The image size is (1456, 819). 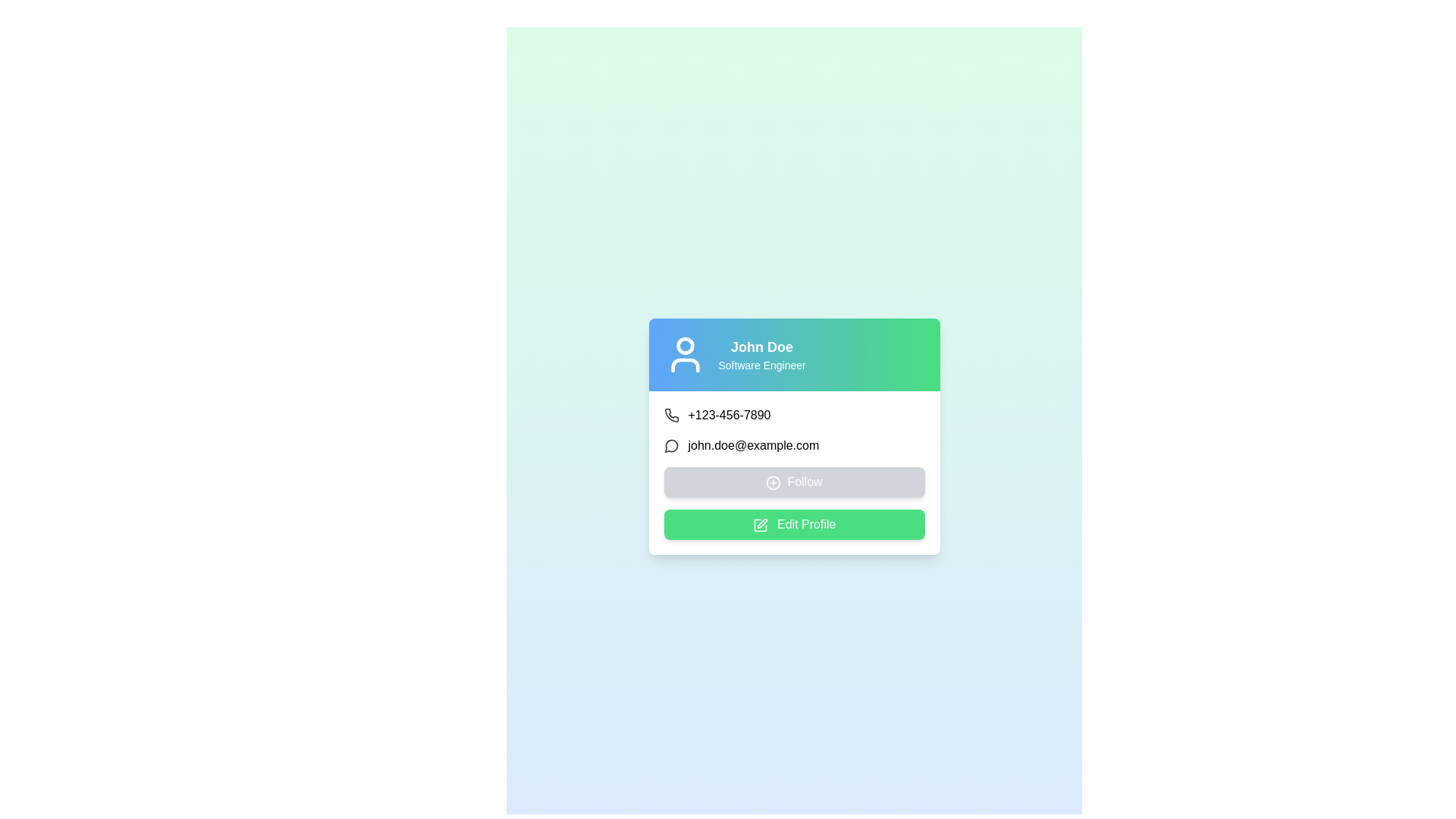 I want to click on the static text display that shows the contact phone number within the user profile card, located next to the phone icon, so click(x=729, y=415).